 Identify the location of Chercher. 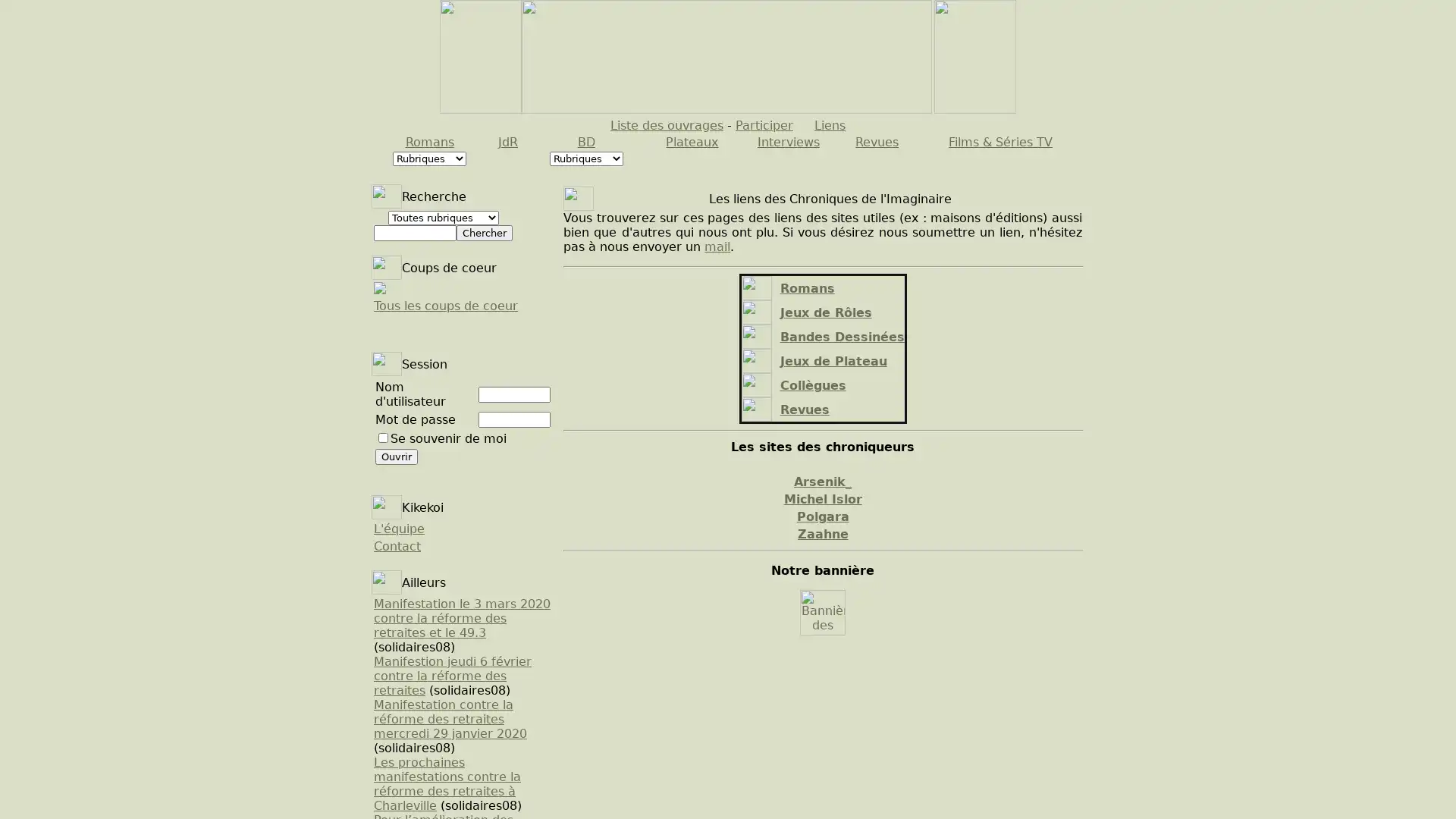
(483, 233).